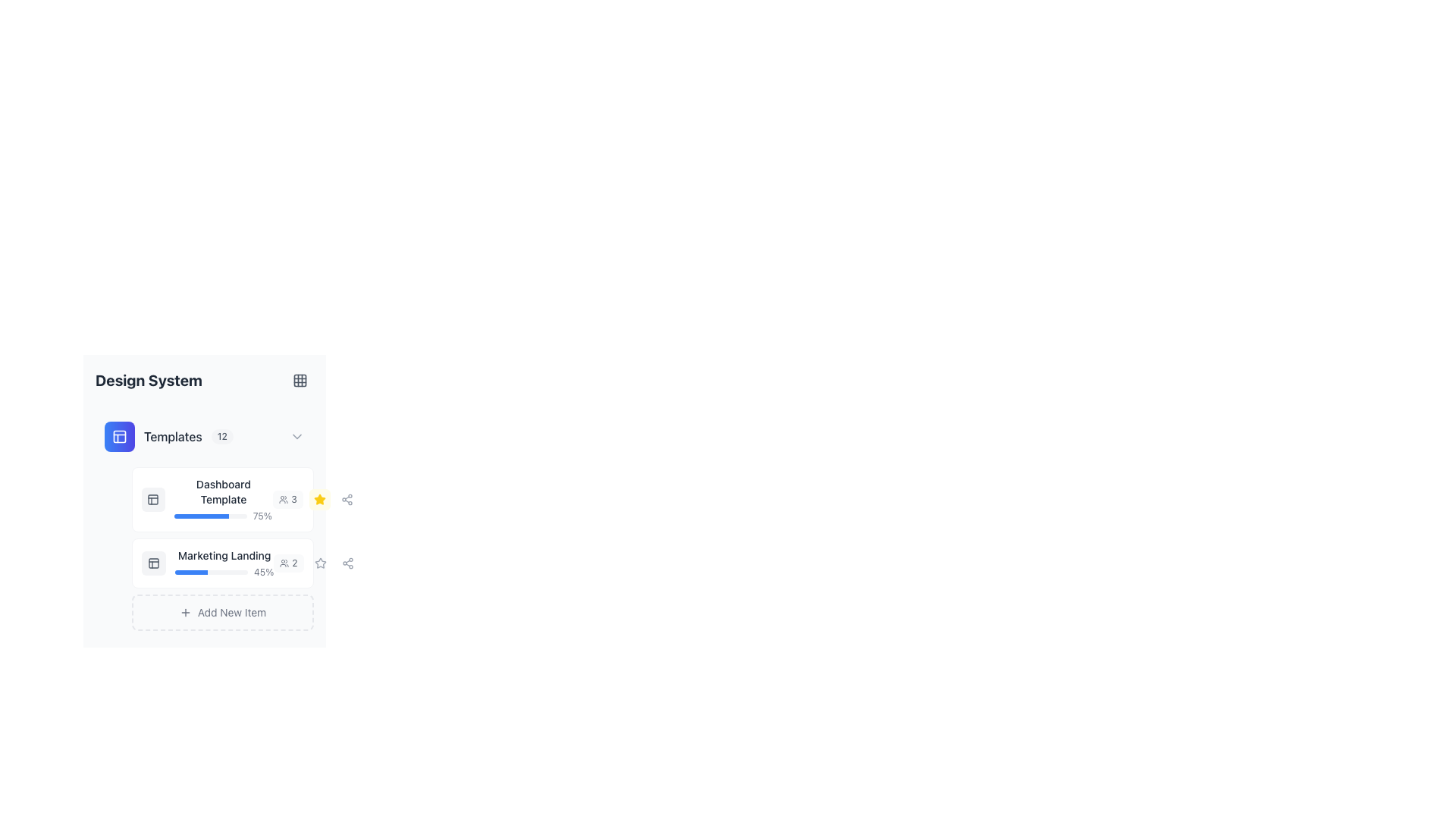  Describe the element at coordinates (200, 516) in the screenshot. I see `the progress indication of the Progress Bar located under the 'Dashboard Template' heading in the second section of the UI` at that location.